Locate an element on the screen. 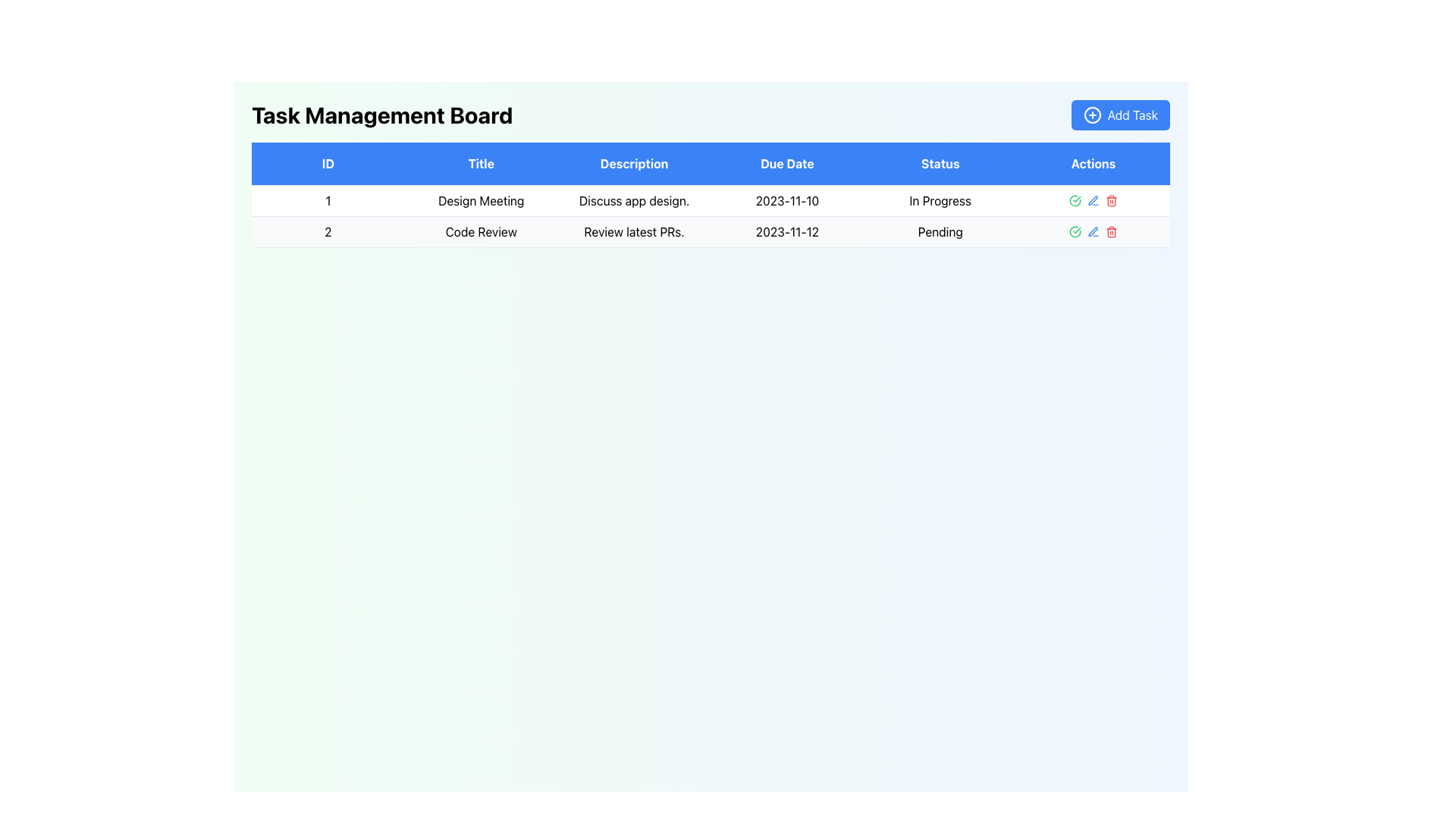  the text label displaying the due date for the task 'Code Review' in the 'Due Date' column of the 'Task Management Board' is located at coordinates (787, 231).